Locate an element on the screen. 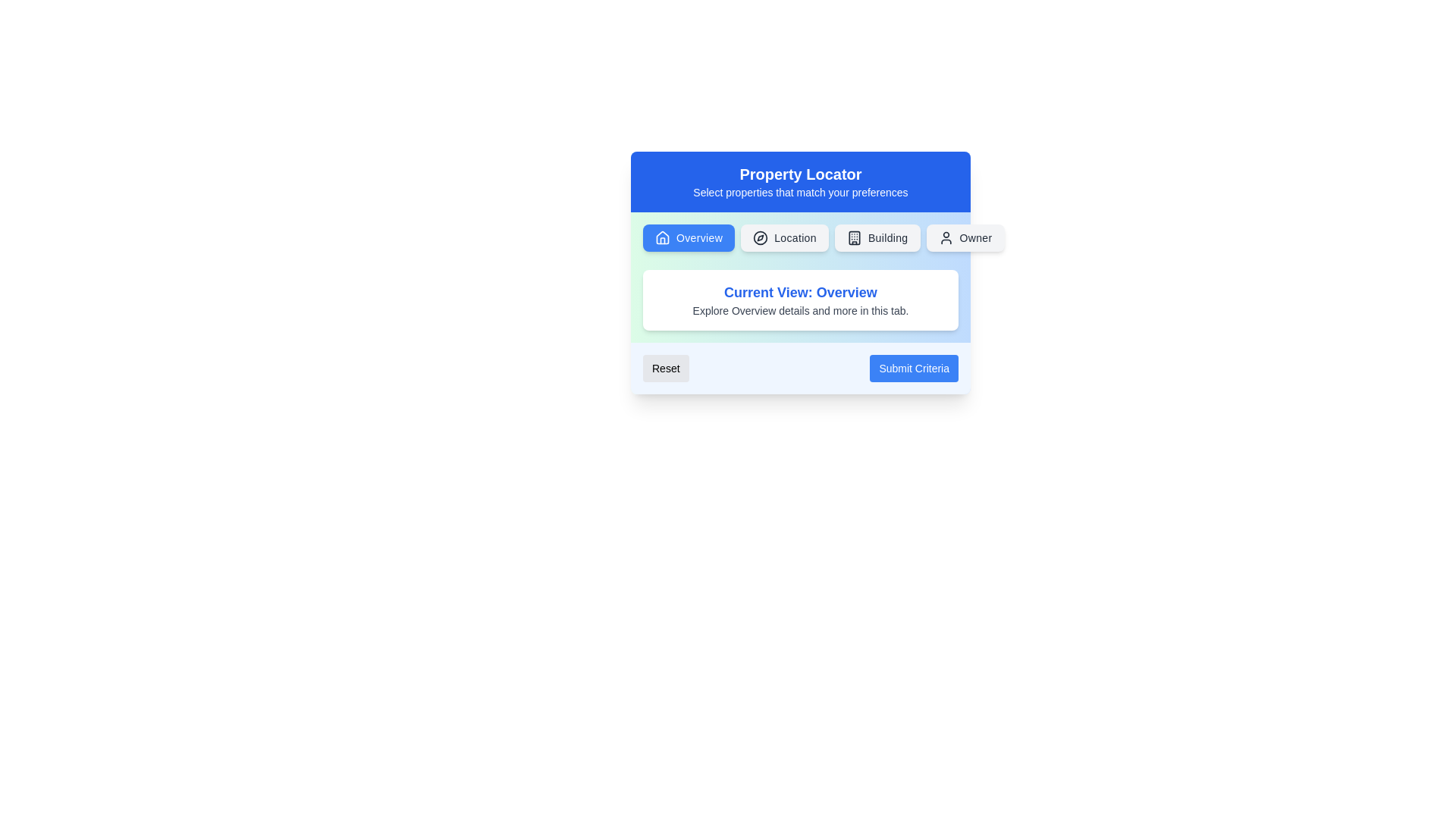 The width and height of the screenshot is (1456, 819). the decorative icon next to the 'Overview' button in the top-left area of the control panel is located at coordinates (662, 237).